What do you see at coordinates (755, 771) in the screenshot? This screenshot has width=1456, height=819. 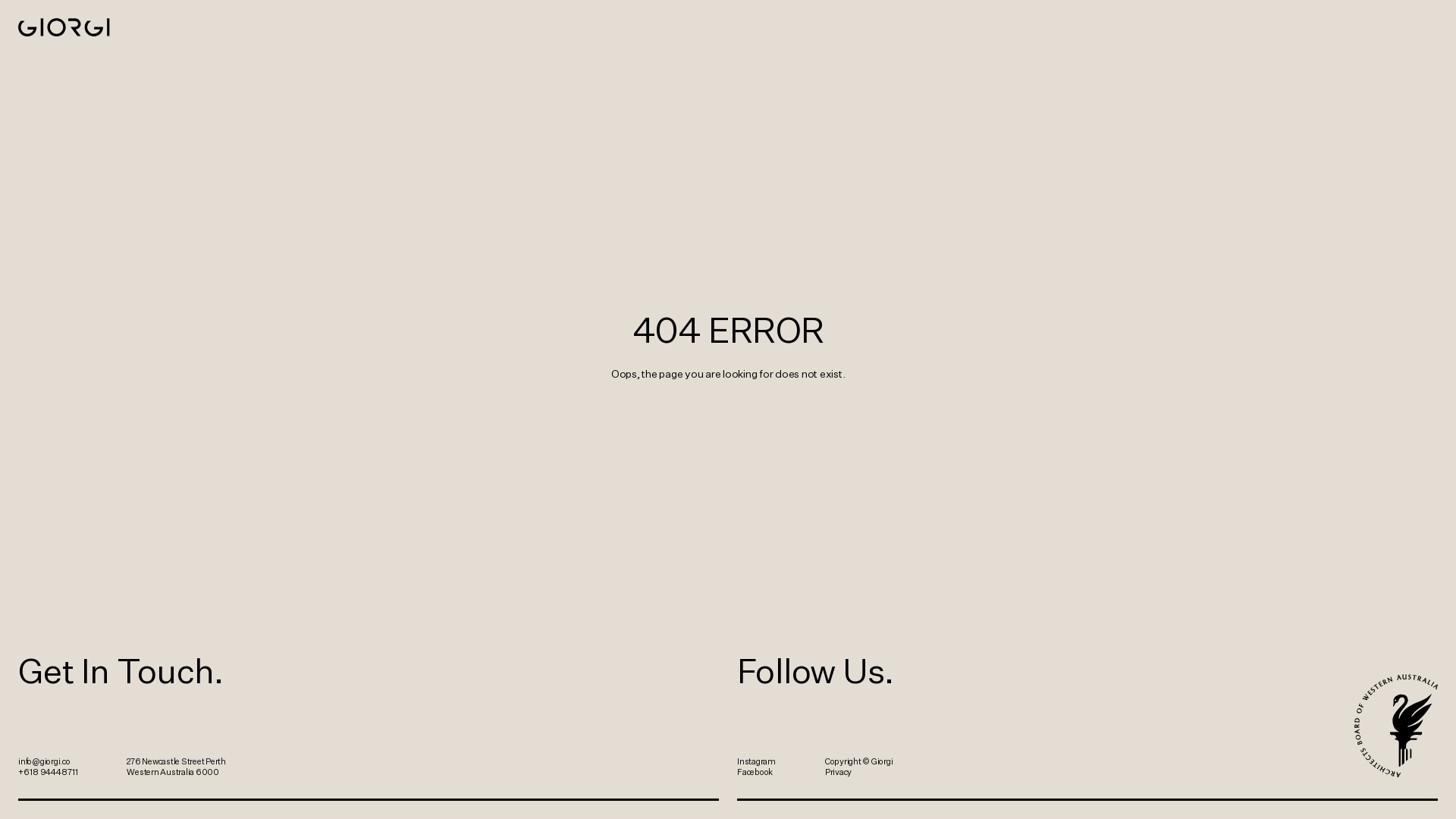 I see `'Facebook'` at bounding box center [755, 771].